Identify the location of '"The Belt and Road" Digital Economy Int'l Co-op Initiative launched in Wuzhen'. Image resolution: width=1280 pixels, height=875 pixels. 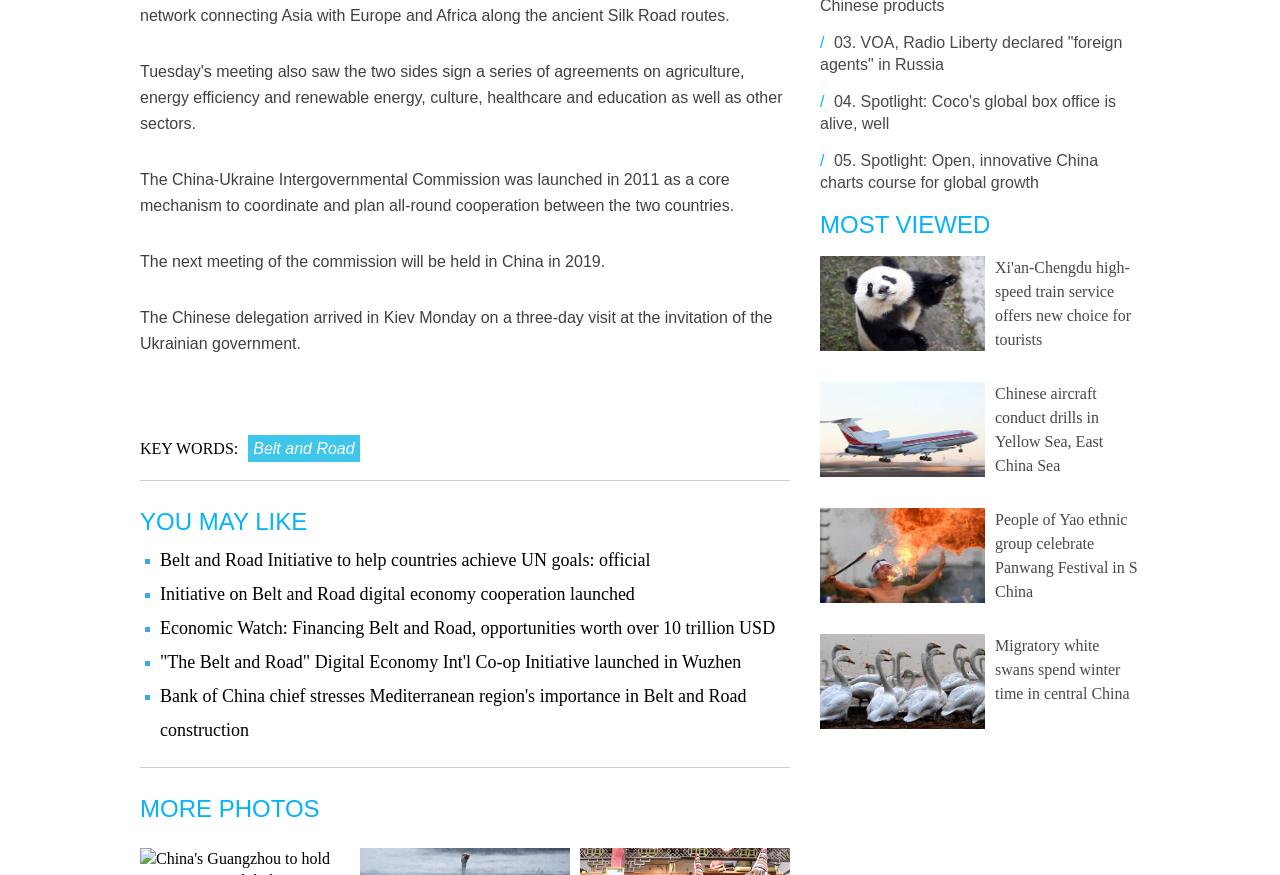
(449, 661).